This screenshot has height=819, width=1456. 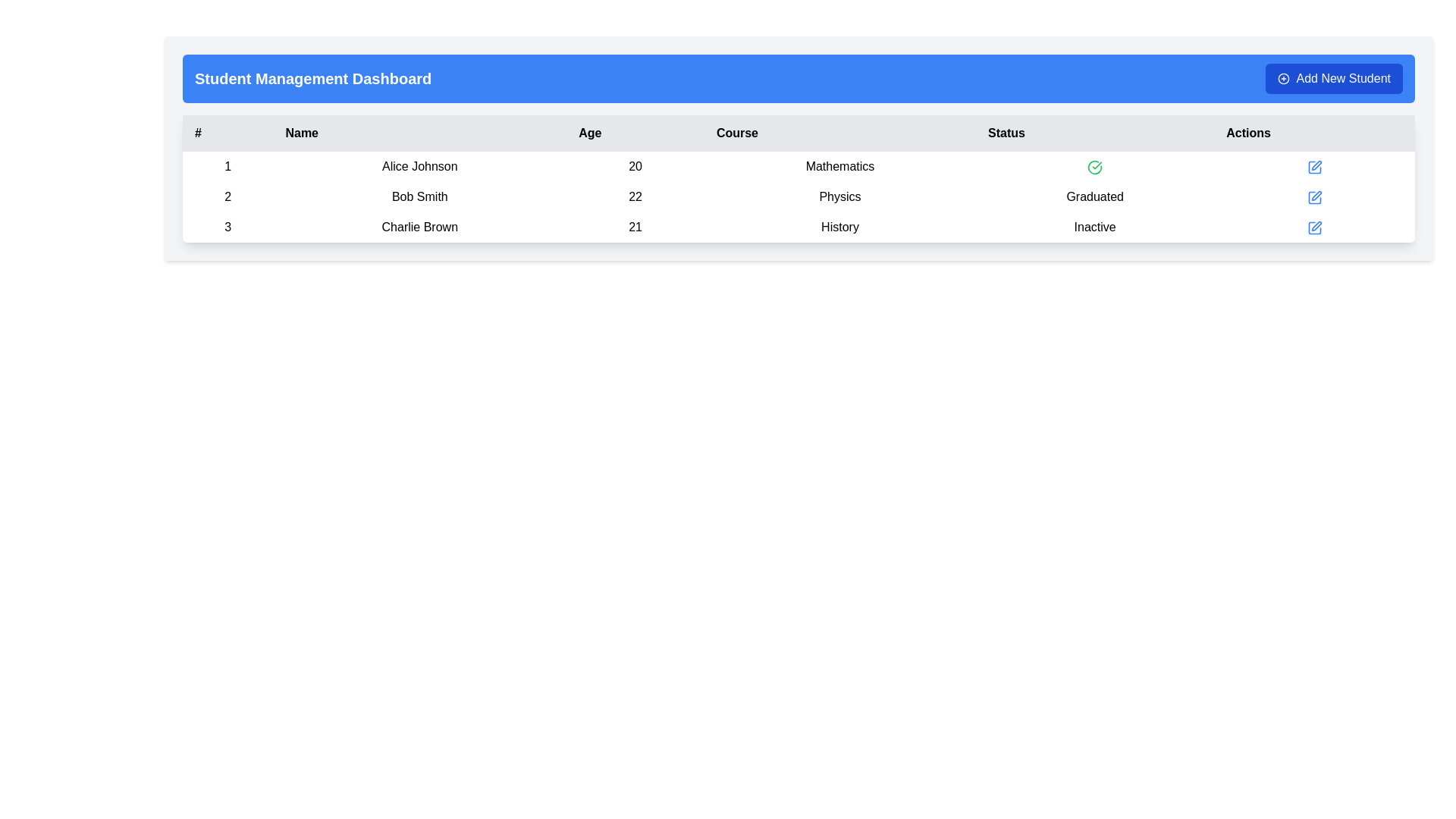 What do you see at coordinates (1095, 166) in the screenshot?
I see `the status icon located in the 'Status' column of the student management dashboard, corresponding to Alice Johnson's row, which indicates the current state of the student's course status` at bounding box center [1095, 166].